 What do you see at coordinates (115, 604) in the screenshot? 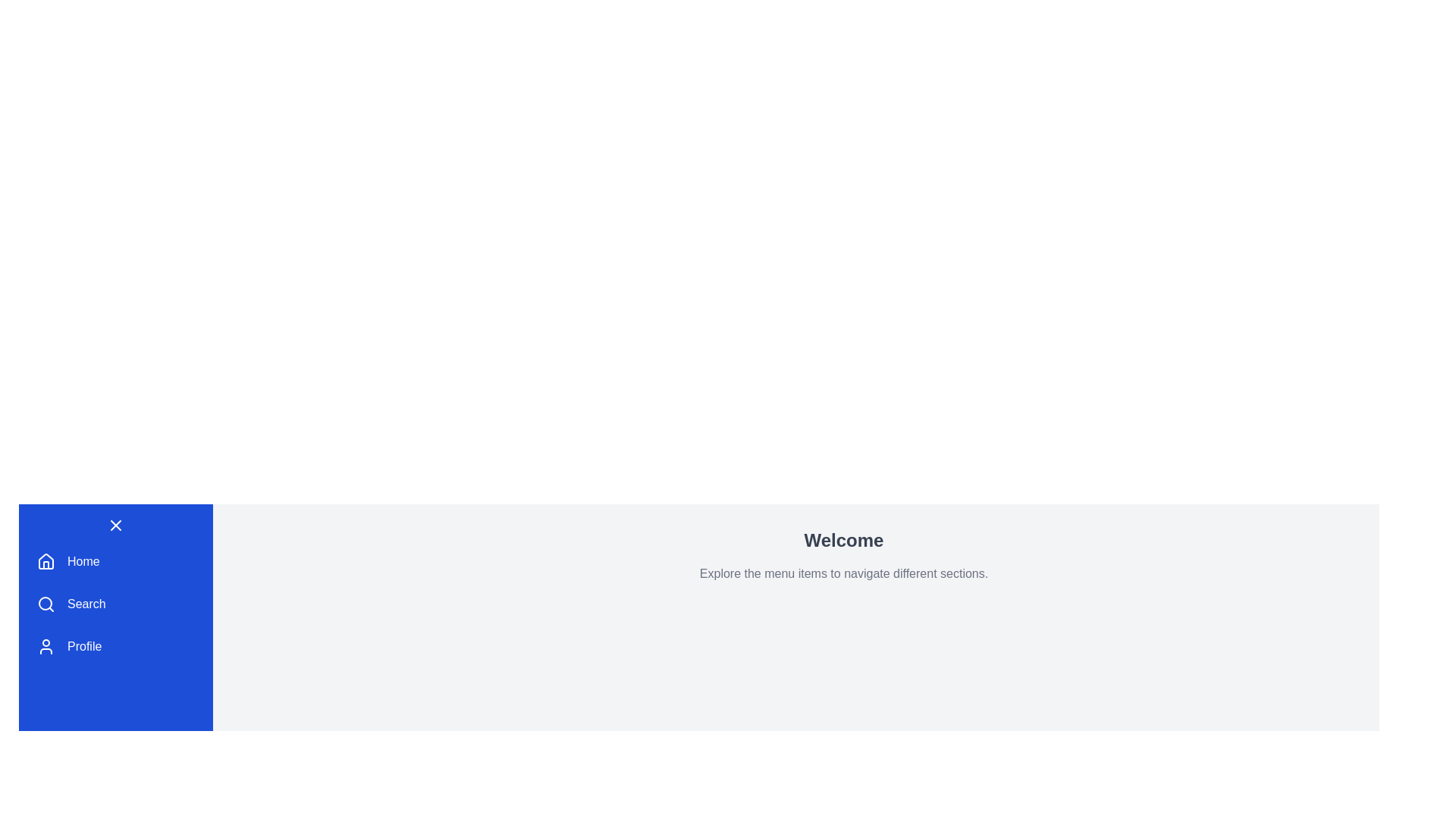
I see `the menu item Search from the DashboardMenu` at bounding box center [115, 604].